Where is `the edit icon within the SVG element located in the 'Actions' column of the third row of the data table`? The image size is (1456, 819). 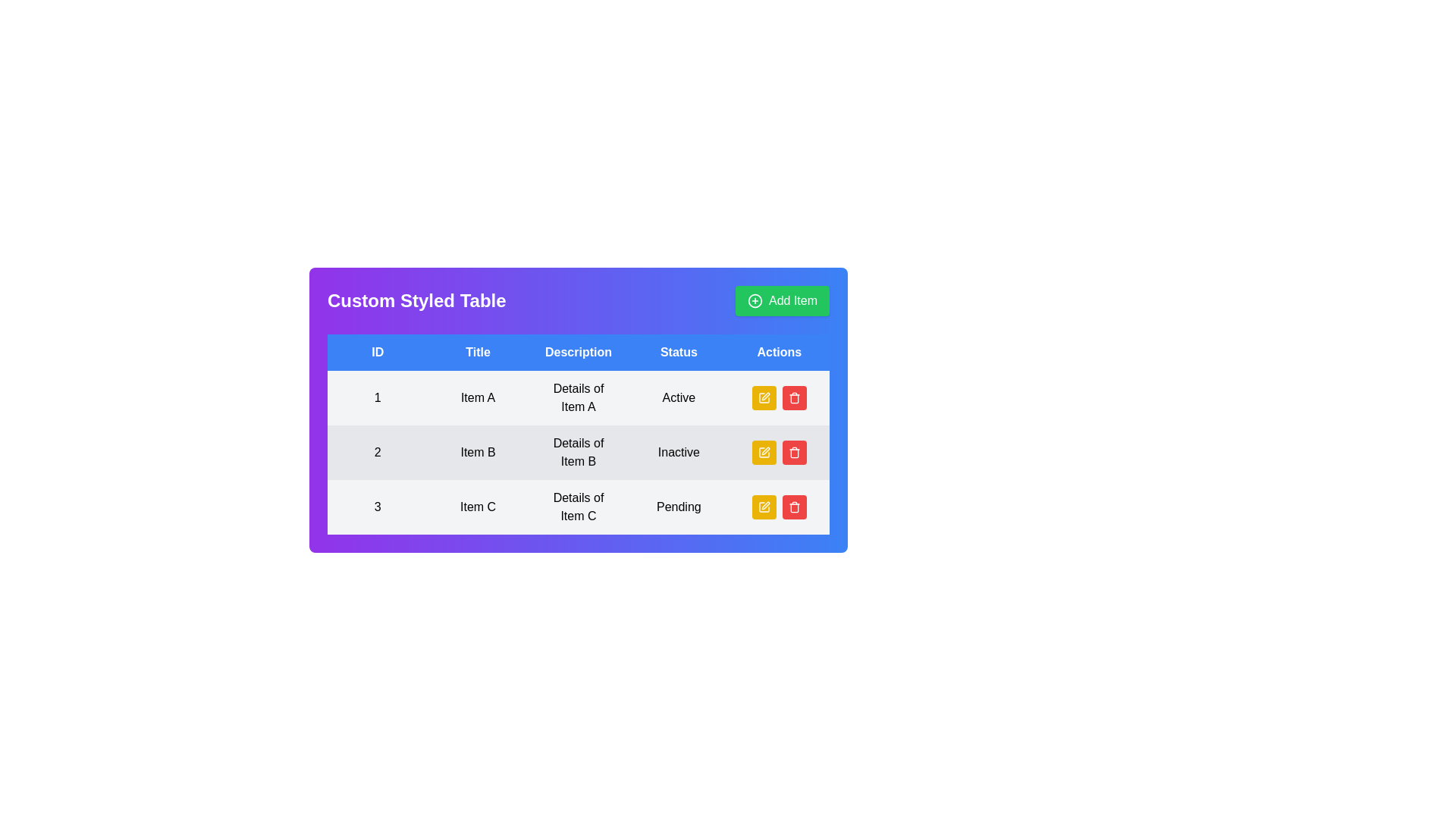 the edit icon within the SVG element located in the 'Actions' column of the third row of the data table is located at coordinates (764, 397).